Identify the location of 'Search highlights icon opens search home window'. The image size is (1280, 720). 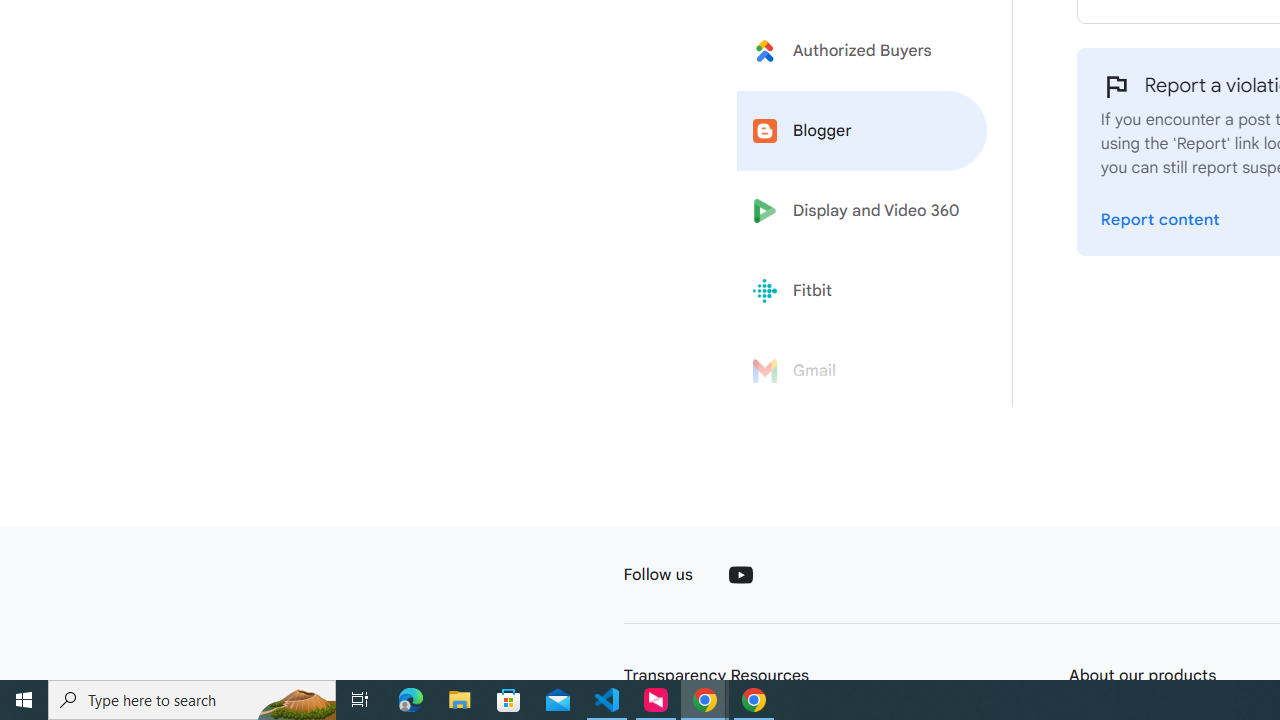
(294, 698).